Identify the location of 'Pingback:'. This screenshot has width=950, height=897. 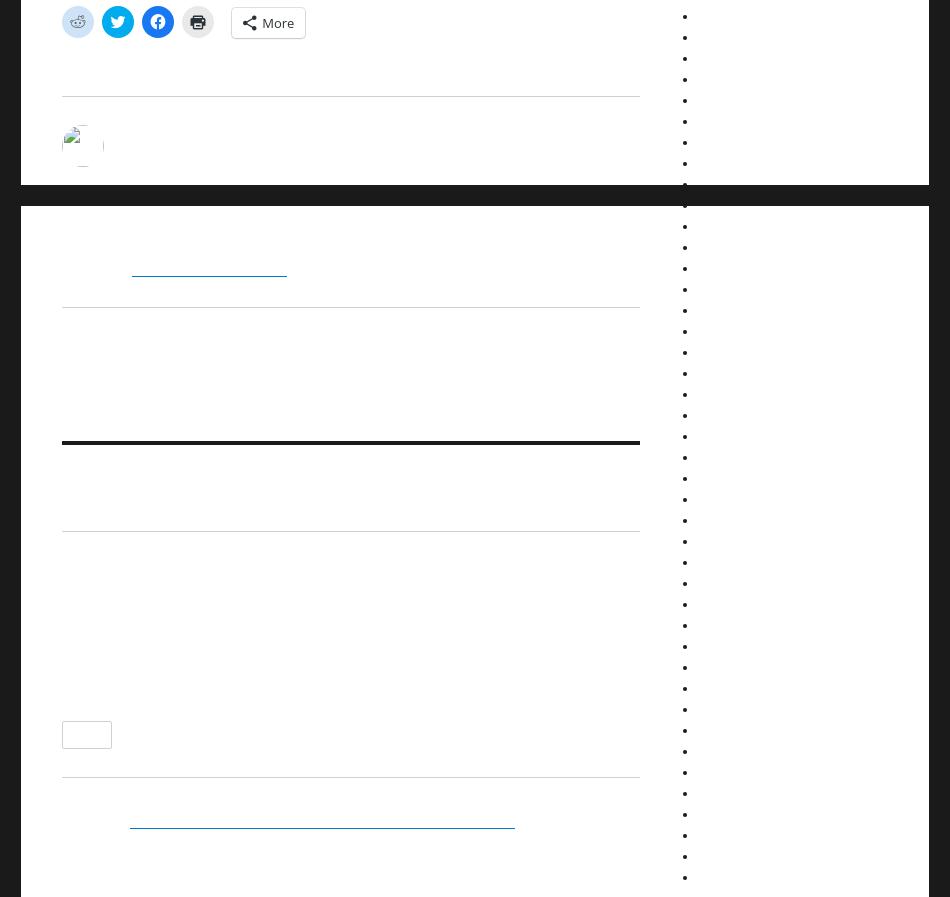
(62, 818).